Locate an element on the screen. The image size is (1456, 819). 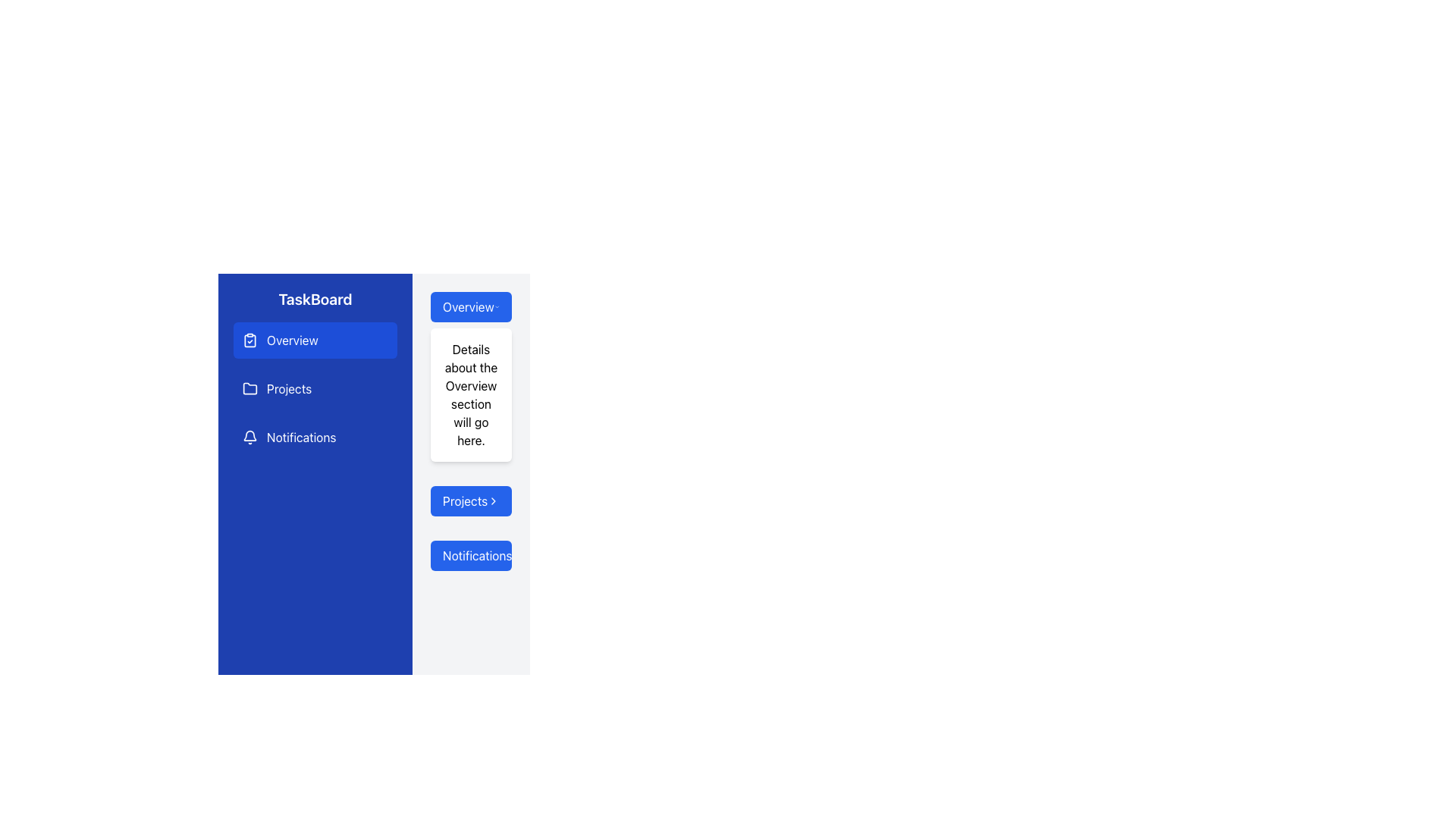
the 'Projects' navigation button is located at coordinates (470, 500).